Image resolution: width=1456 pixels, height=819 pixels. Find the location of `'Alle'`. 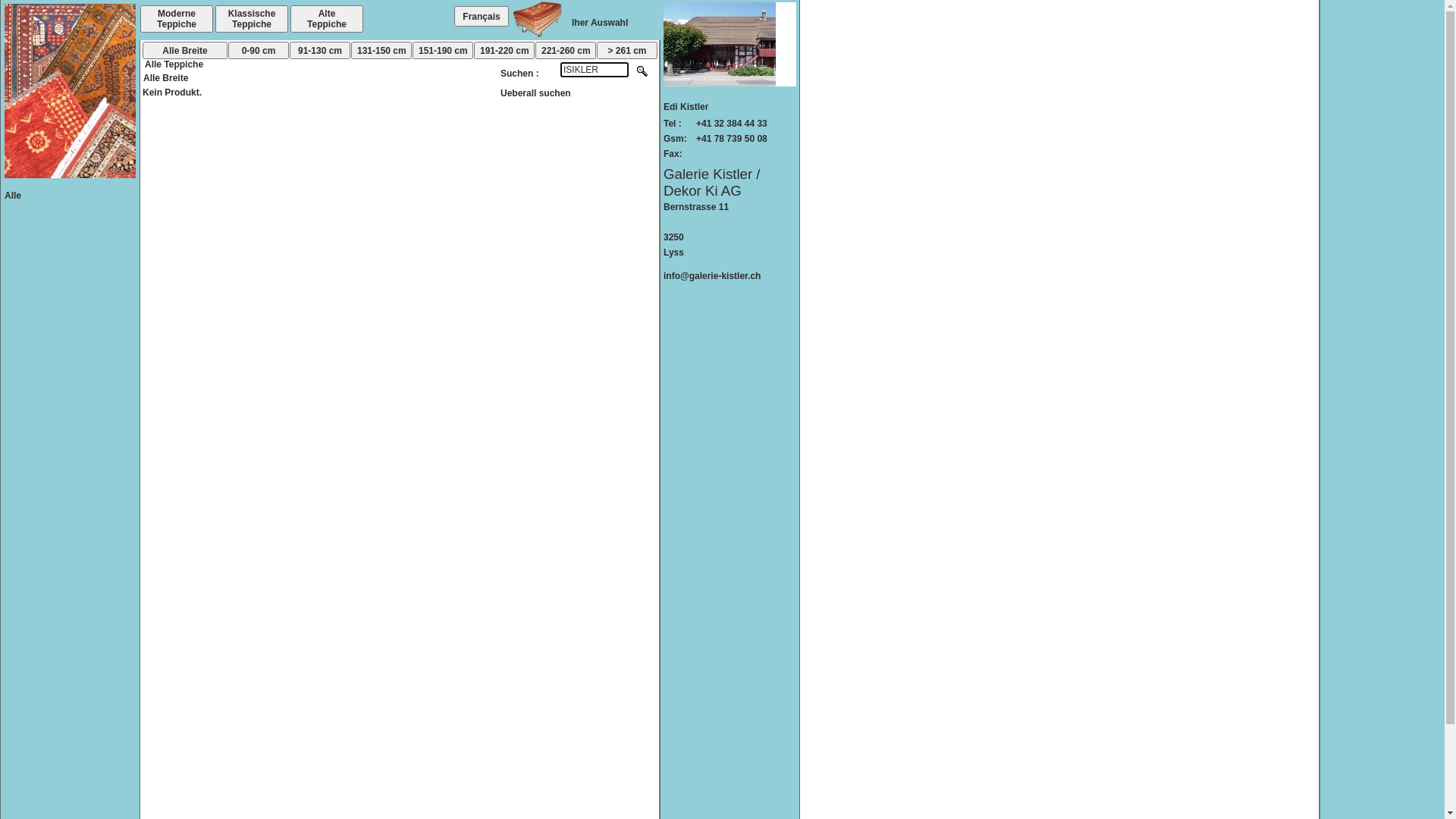

'Alle' is located at coordinates (13, 195).